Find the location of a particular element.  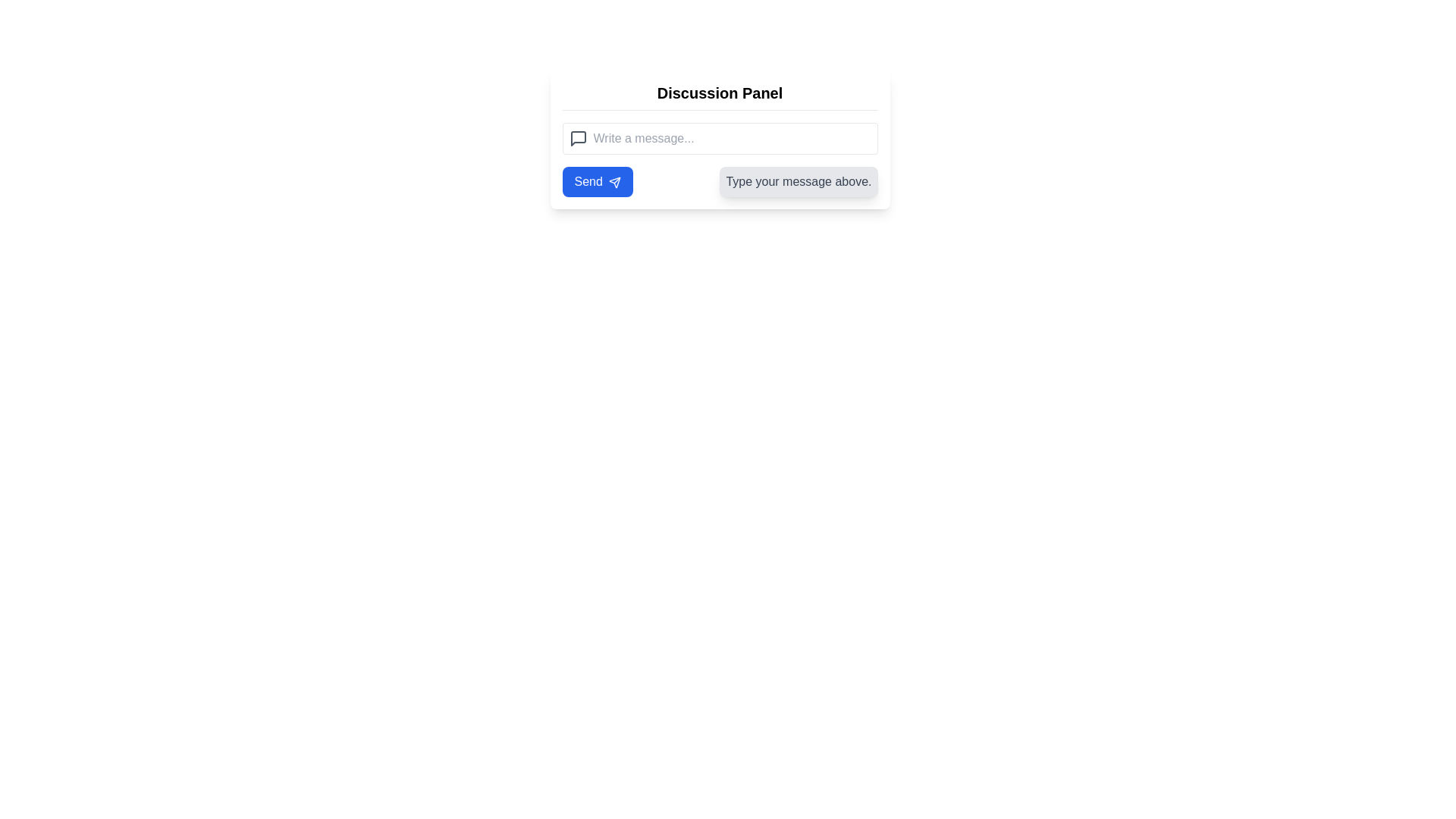

the design of the icon located on the left side of the 'Write a message...' input field within the discussion panel layout is located at coordinates (577, 138).